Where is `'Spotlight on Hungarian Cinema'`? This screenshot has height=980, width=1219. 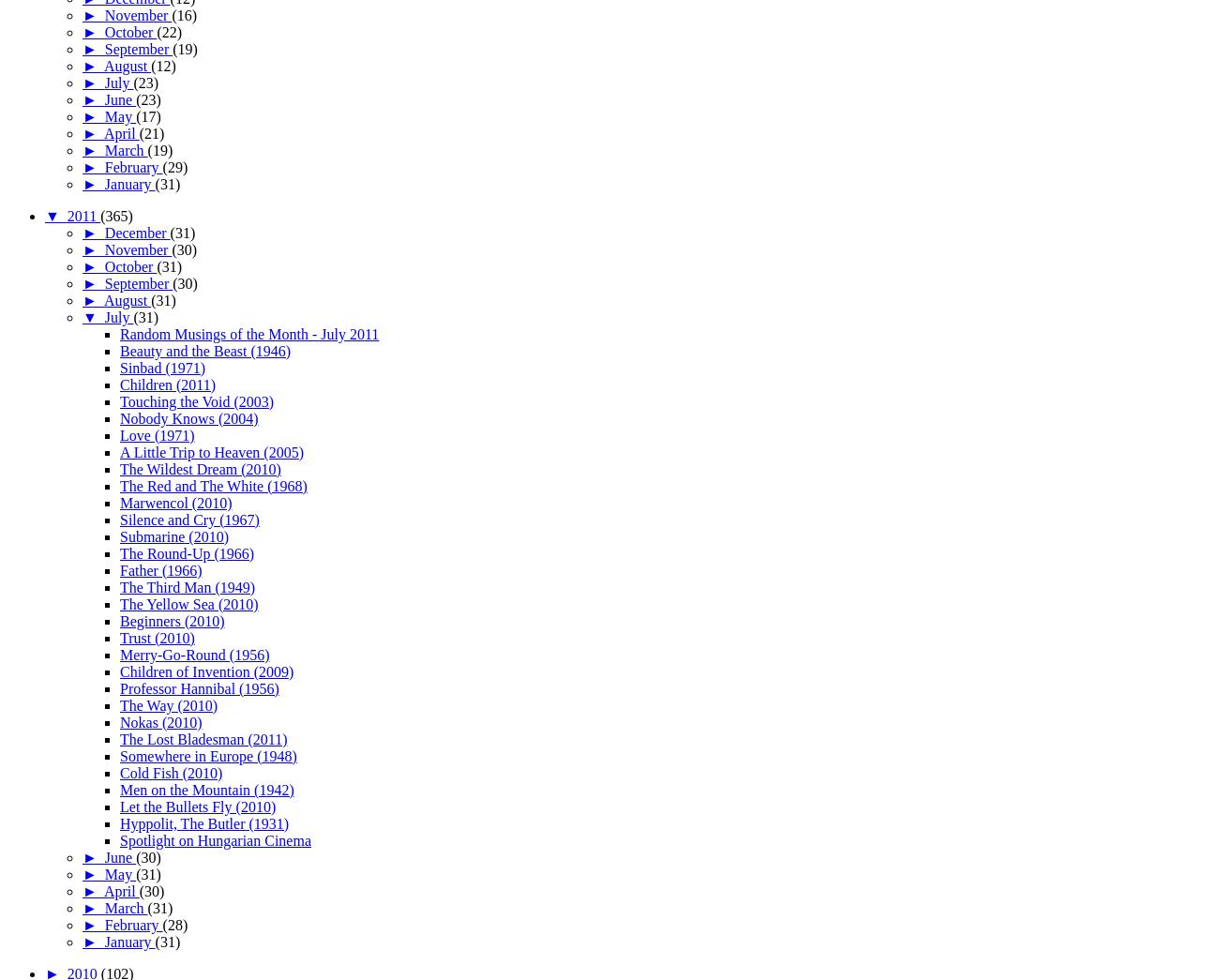
'Spotlight on Hungarian Cinema' is located at coordinates (214, 839).